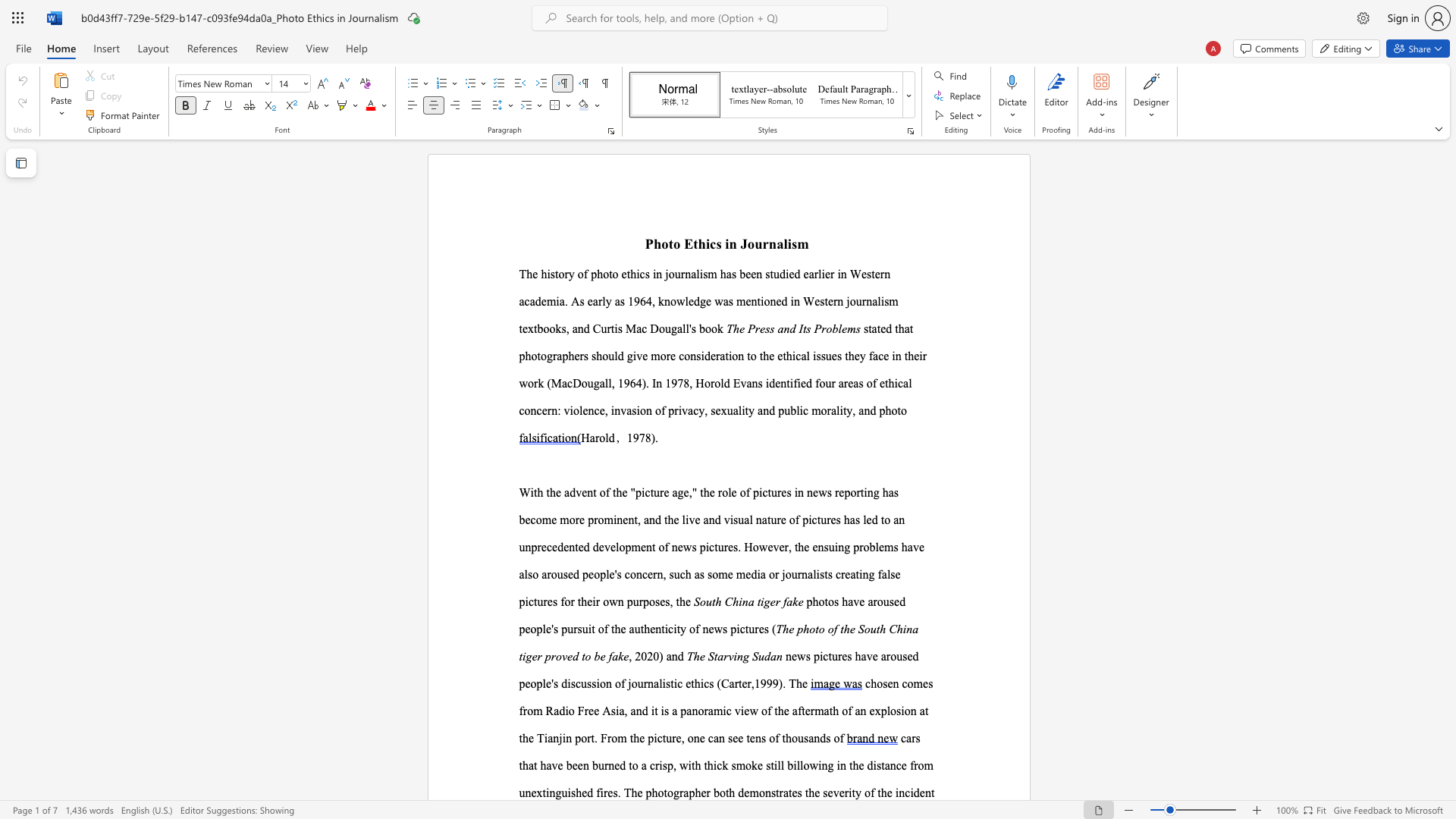 Image resolution: width=1456 pixels, height=819 pixels. Describe the element at coordinates (527, 711) in the screenshot. I see `the subset text "om Radio Free Asia, and it is a panoramic view of the aftermath of an explosion at the Tianjin port. From the picture, one ca" within the text "comes from Radio Free Asia, and it is a panoramic view of the aftermath of an explosion at the Tianjin port. From the picture, one can see tens of thousands of"` at that location.